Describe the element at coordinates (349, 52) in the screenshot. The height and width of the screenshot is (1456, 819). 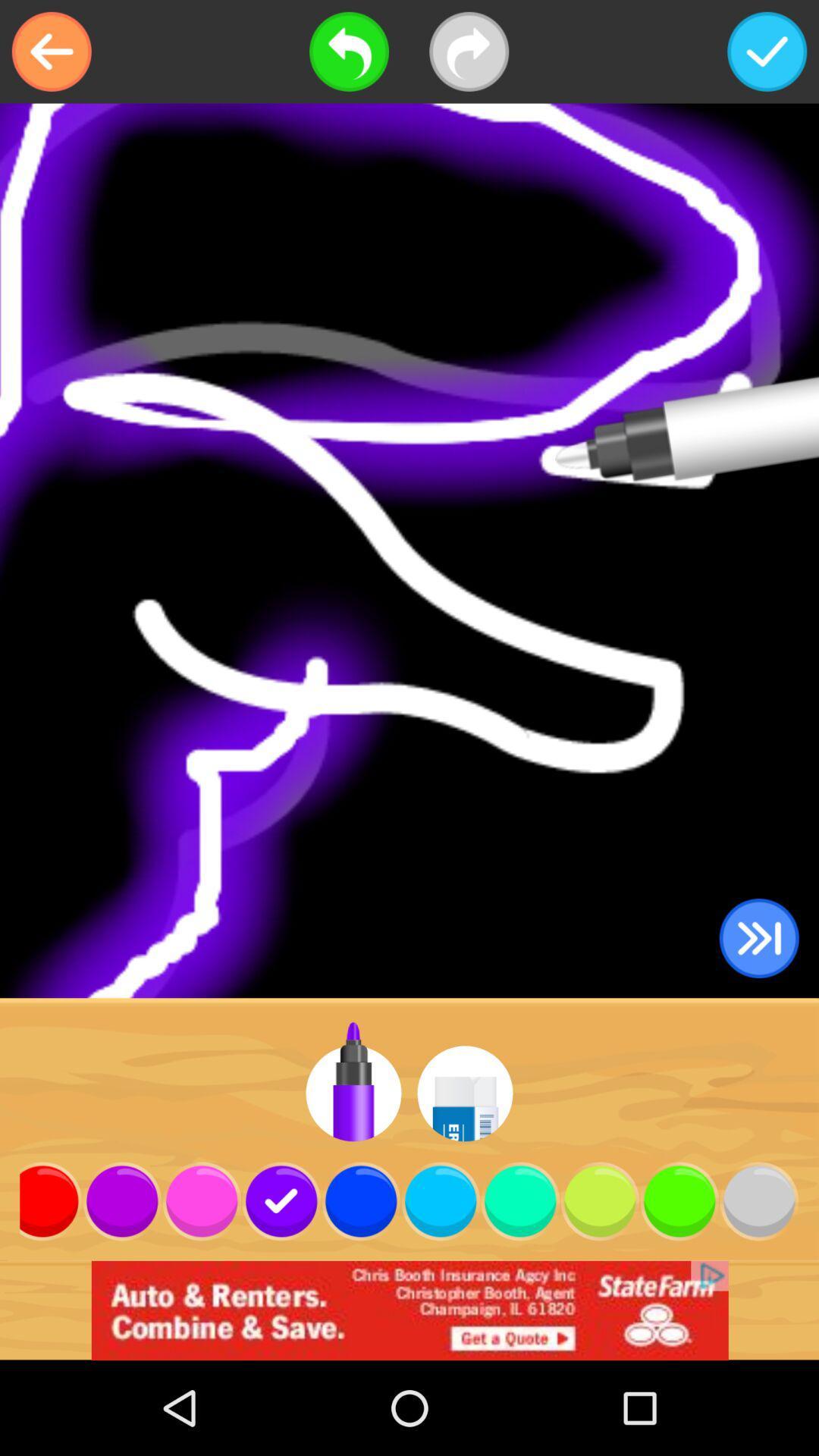
I see `go back` at that location.